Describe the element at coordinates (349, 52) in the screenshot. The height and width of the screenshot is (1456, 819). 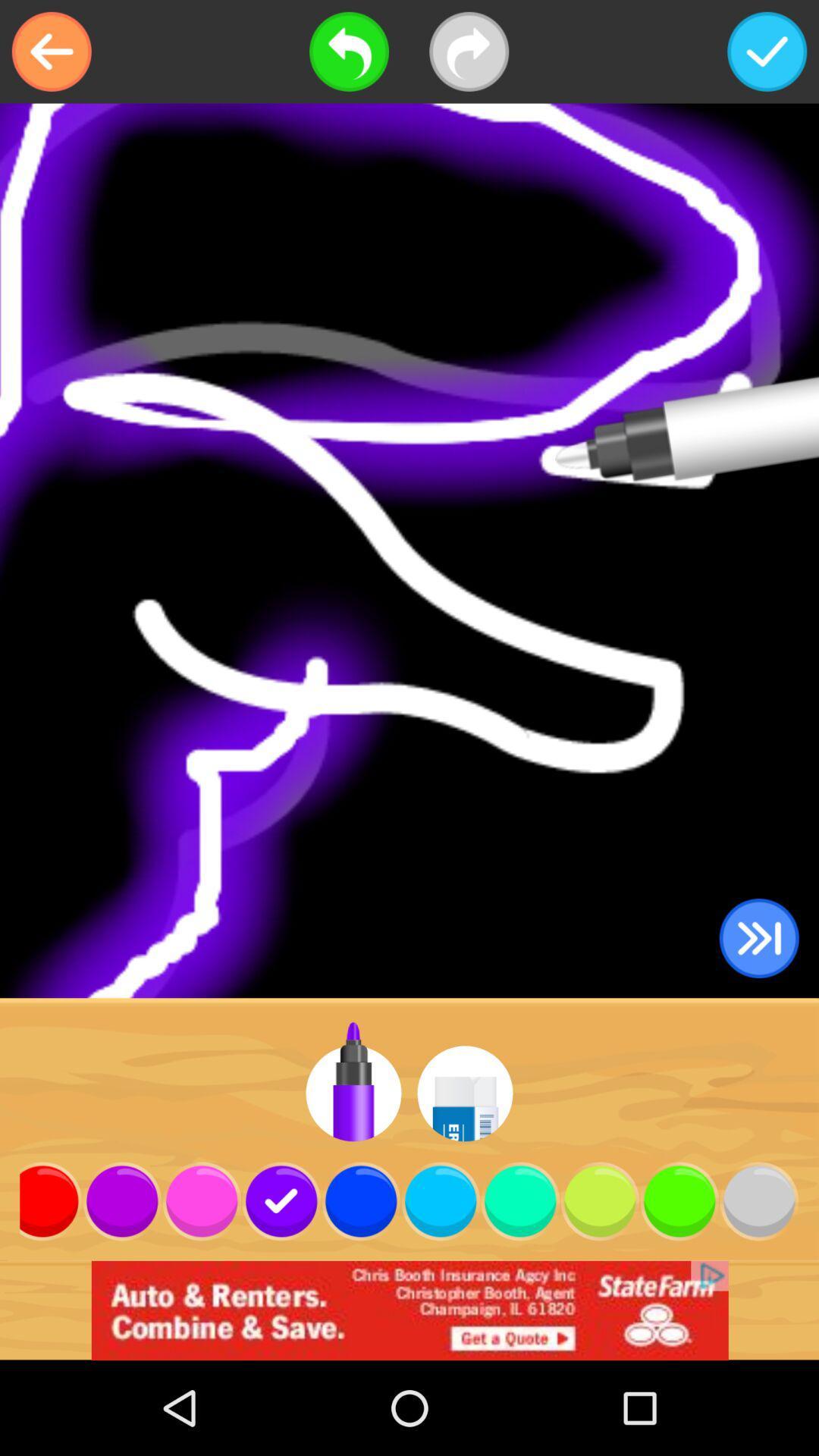
I see `go back` at that location.